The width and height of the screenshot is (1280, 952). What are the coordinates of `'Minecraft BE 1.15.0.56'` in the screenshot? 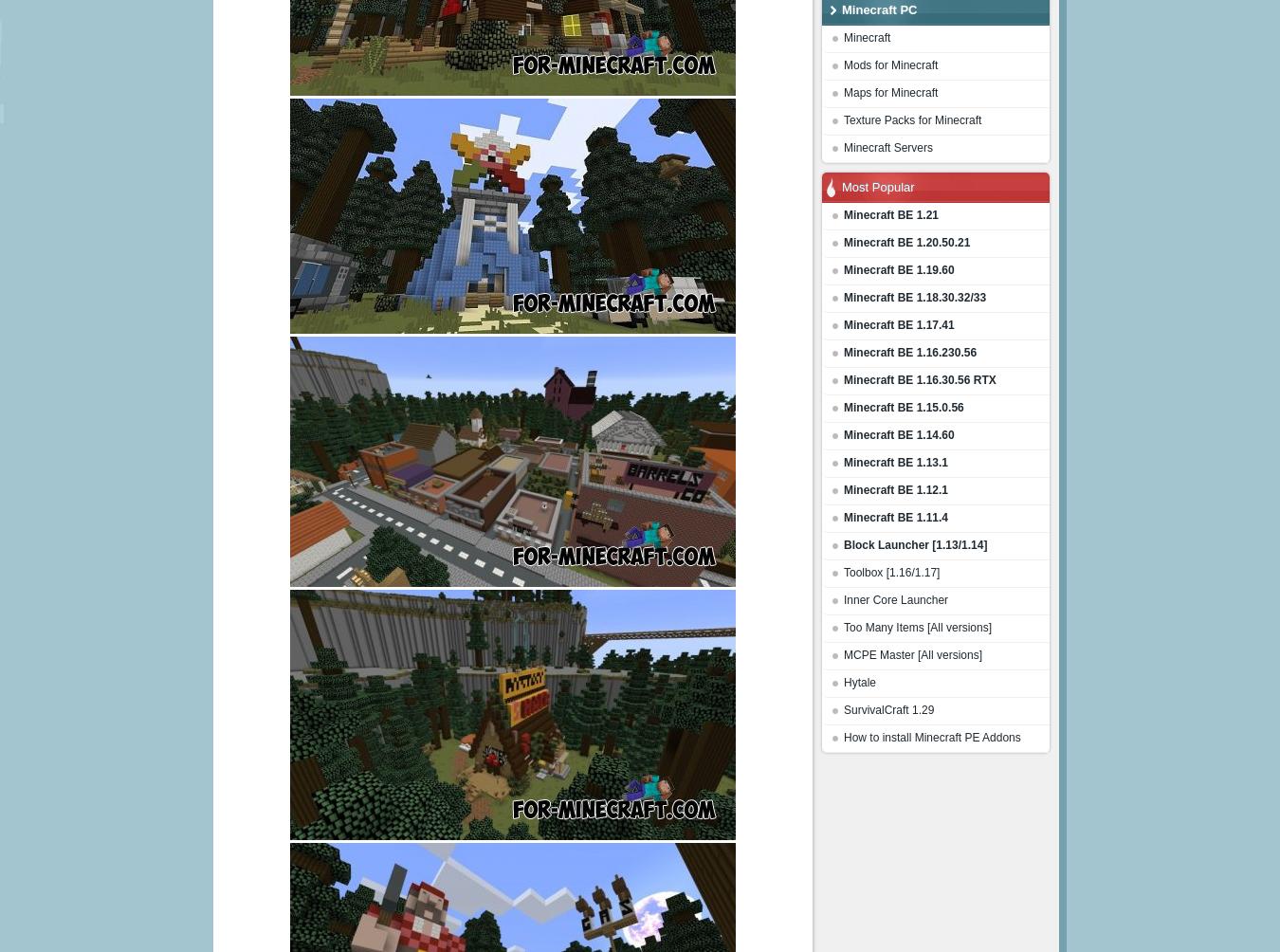 It's located at (902, 407).